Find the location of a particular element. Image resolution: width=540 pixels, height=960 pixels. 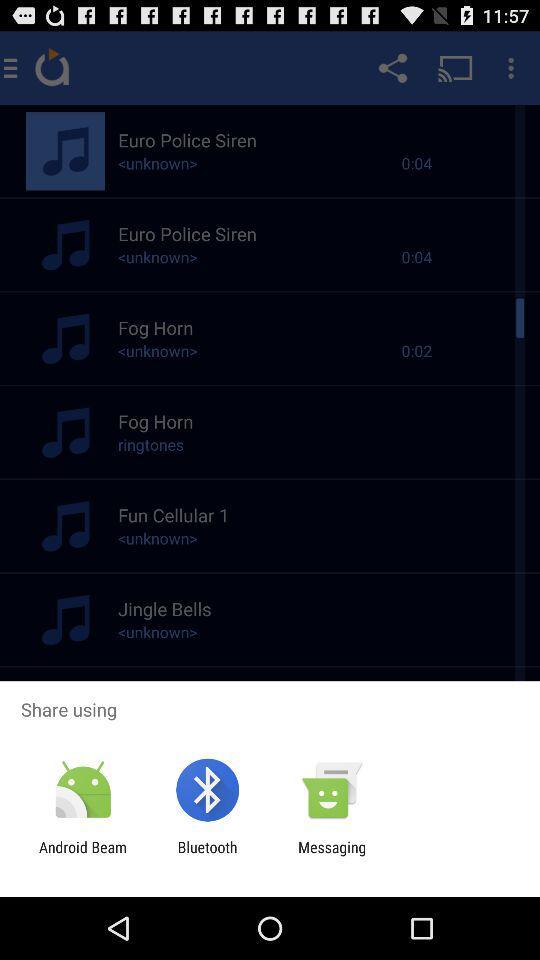

item next to android beam is located at coordinates (206, 855).